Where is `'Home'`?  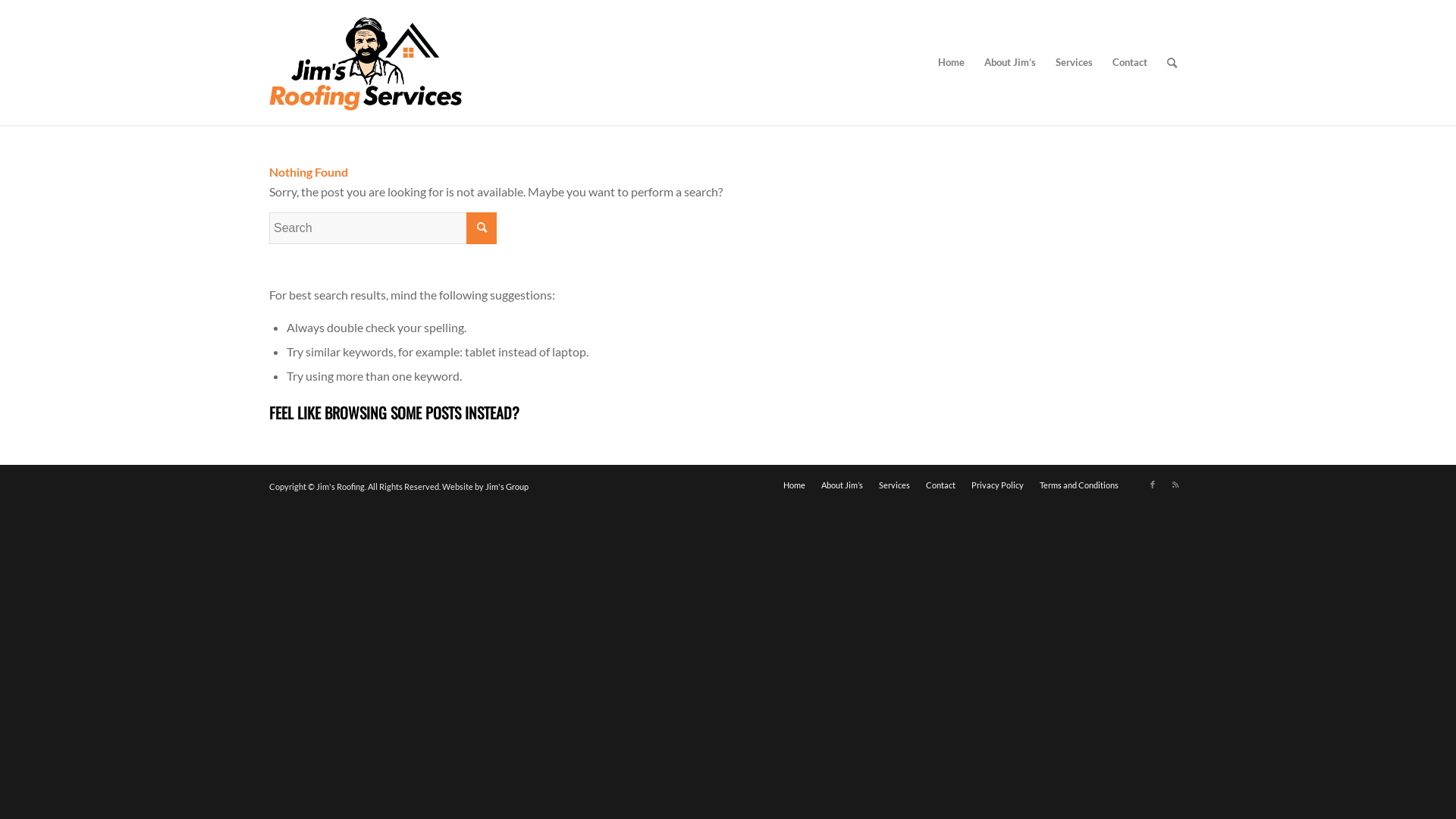 'Home' is located at coordinates (950, 61).